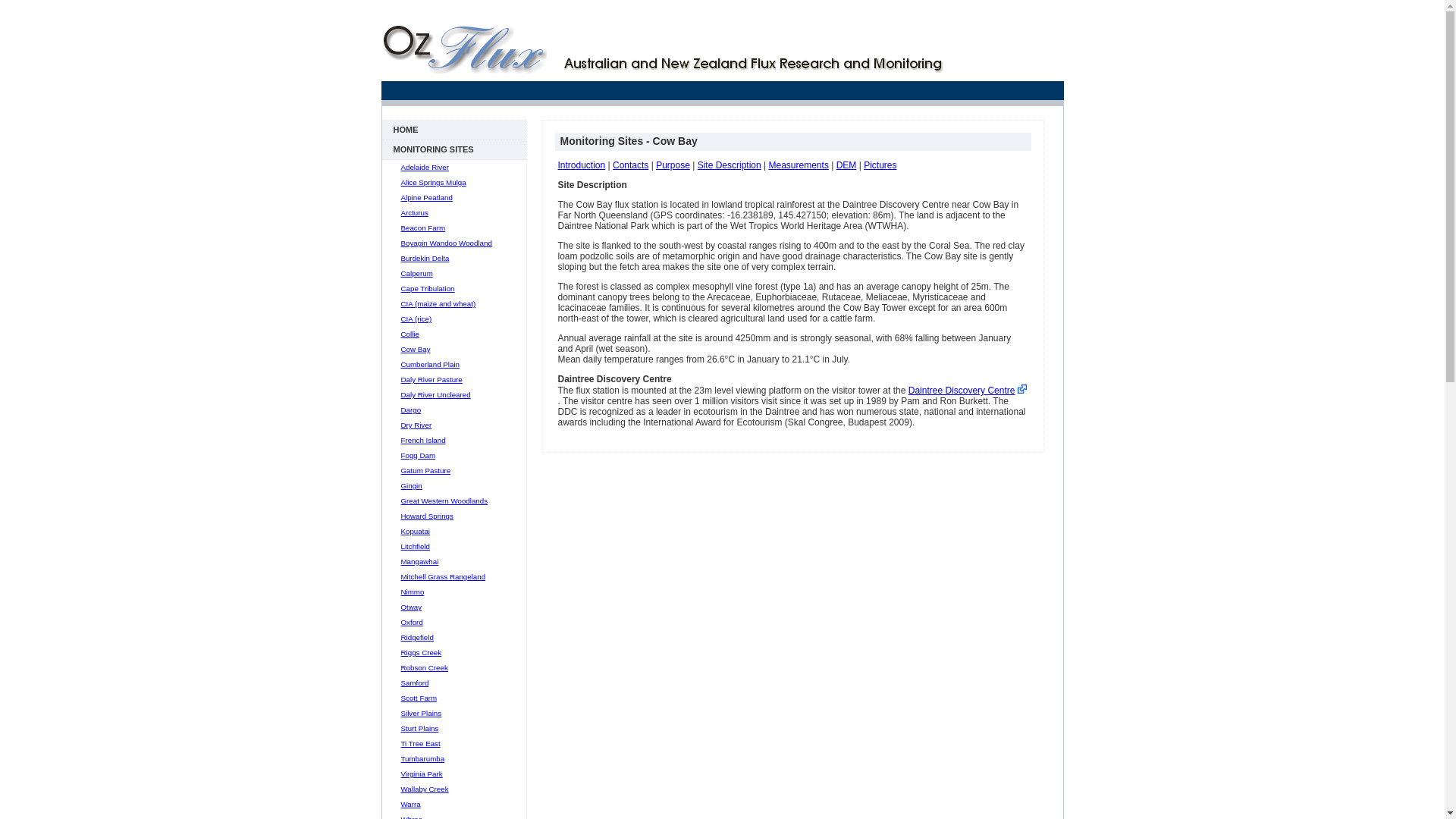 The height and width of the screenshot is (819, 1456). Describe the element at coordinates (422, 758) in the screenshot. I see `'Tumbarumba'` at that location.